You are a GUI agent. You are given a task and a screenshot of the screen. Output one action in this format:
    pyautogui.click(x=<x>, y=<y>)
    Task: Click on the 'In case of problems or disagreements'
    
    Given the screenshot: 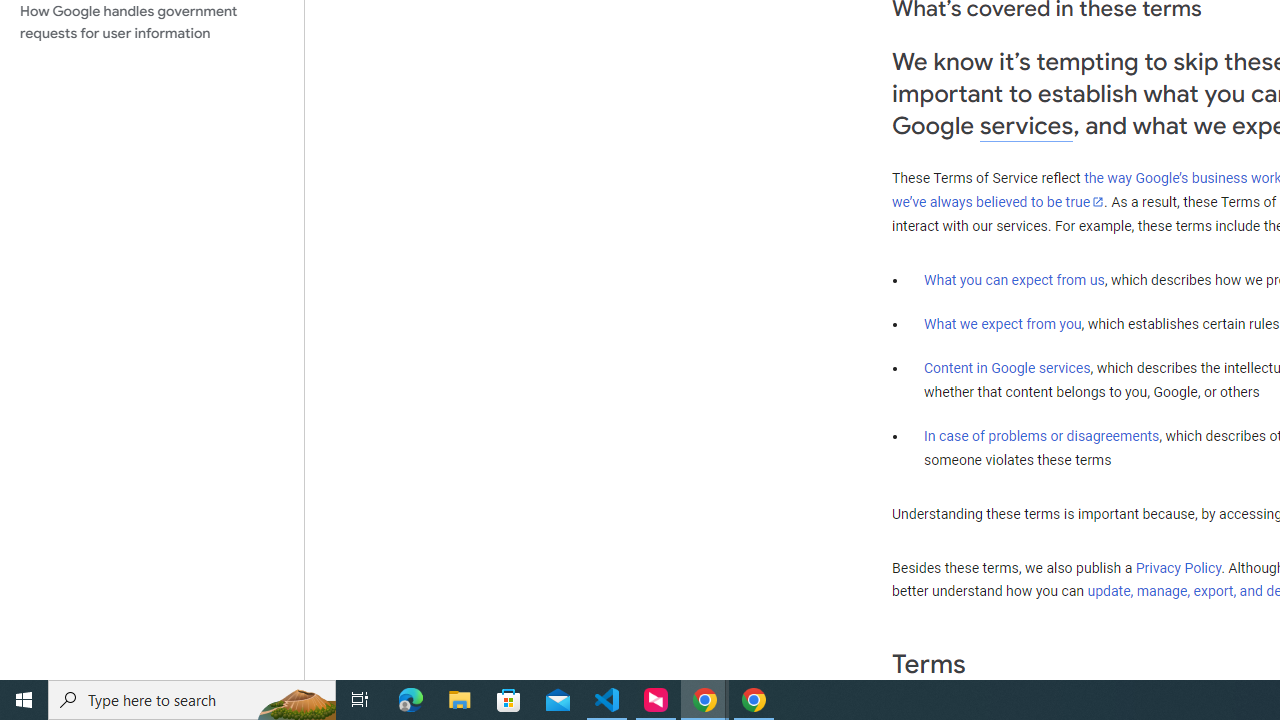 What is the action you would take?
    pyautogui.click(x=1040, y=434)
    